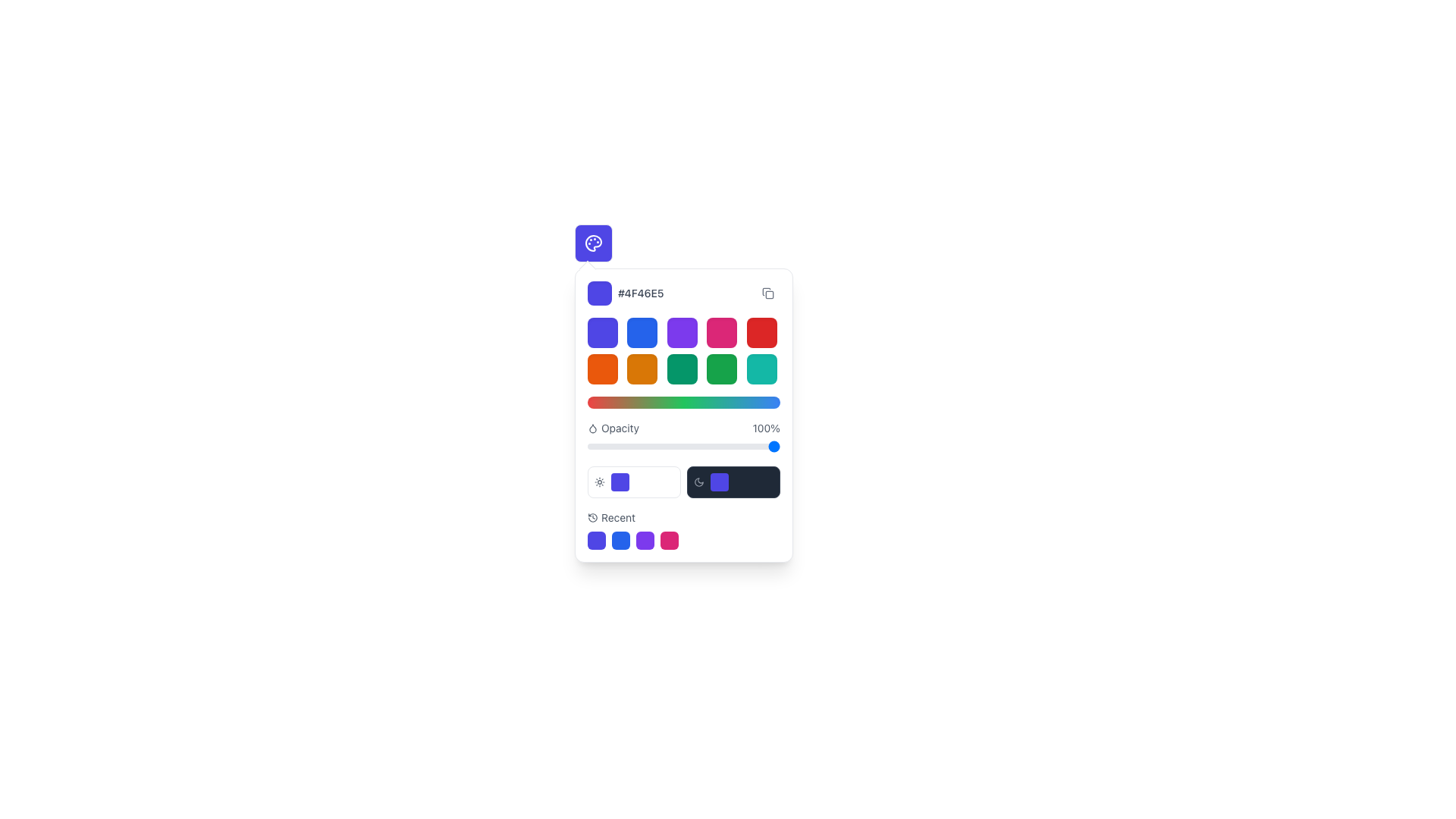 The height and width of the screenshot is (819, 1456). Describe the element at coordinates (698, 446) in the screenshot. I see `opacity` at that location.